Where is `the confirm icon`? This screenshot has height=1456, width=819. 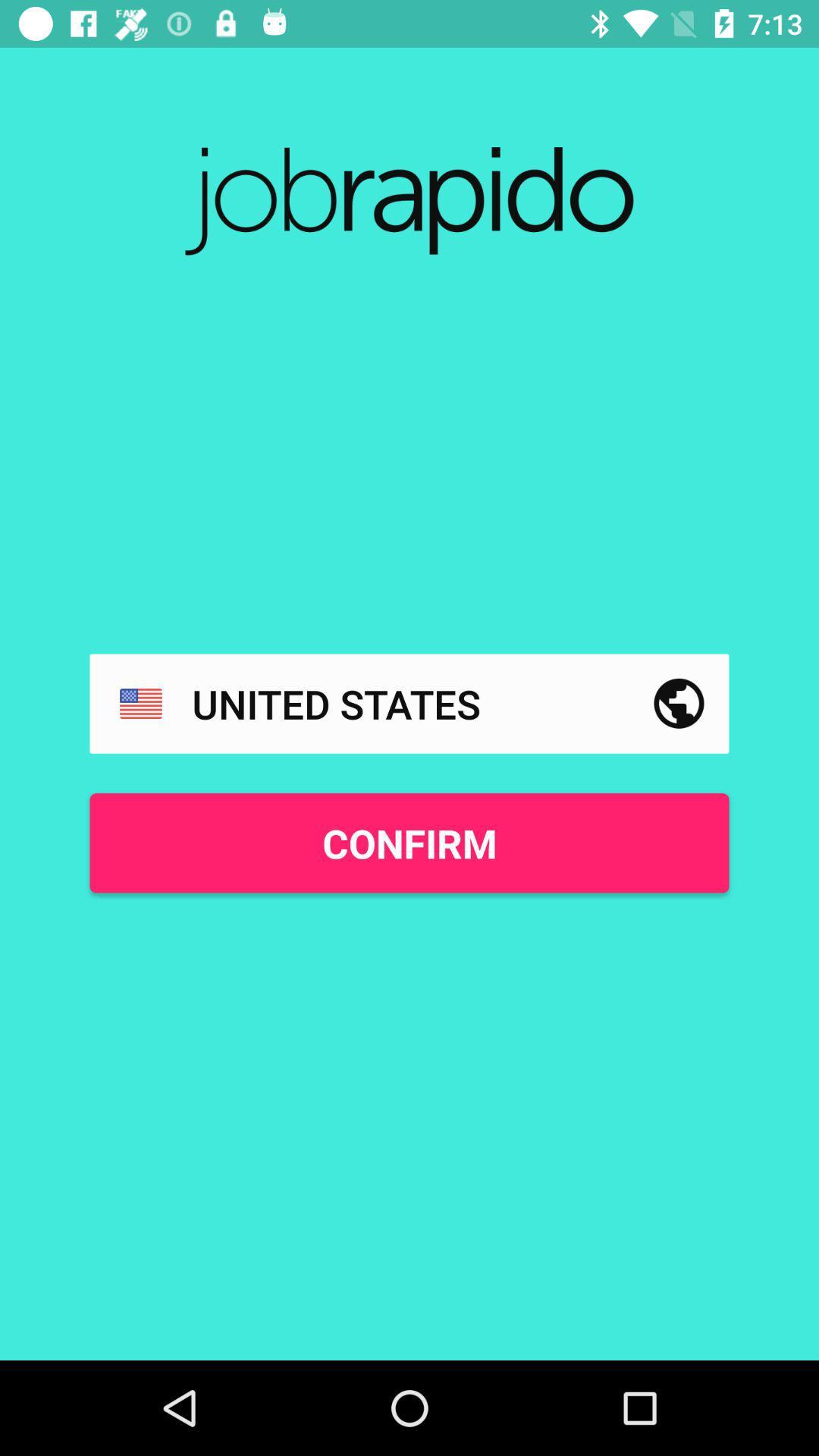
the confirm icon is located at coordinates (409, 842).